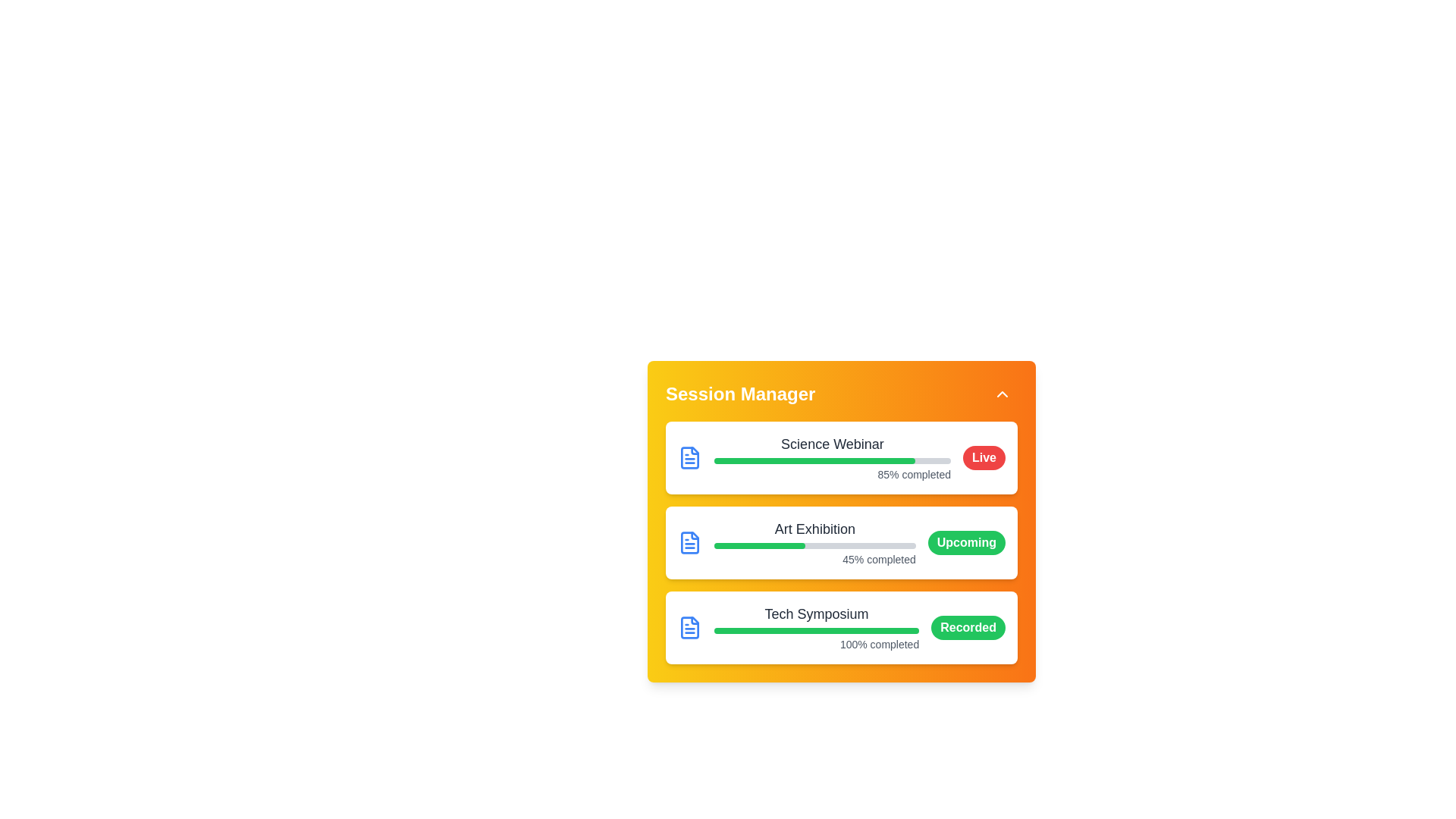 The width and height of the screenshot is (1456, 819). Describe the element at coordinates (689, 457) in the screenshot. I see `the document icon representing the 'Science Webinar' session, located at the left of the 'Science Webinar' block` at that location.